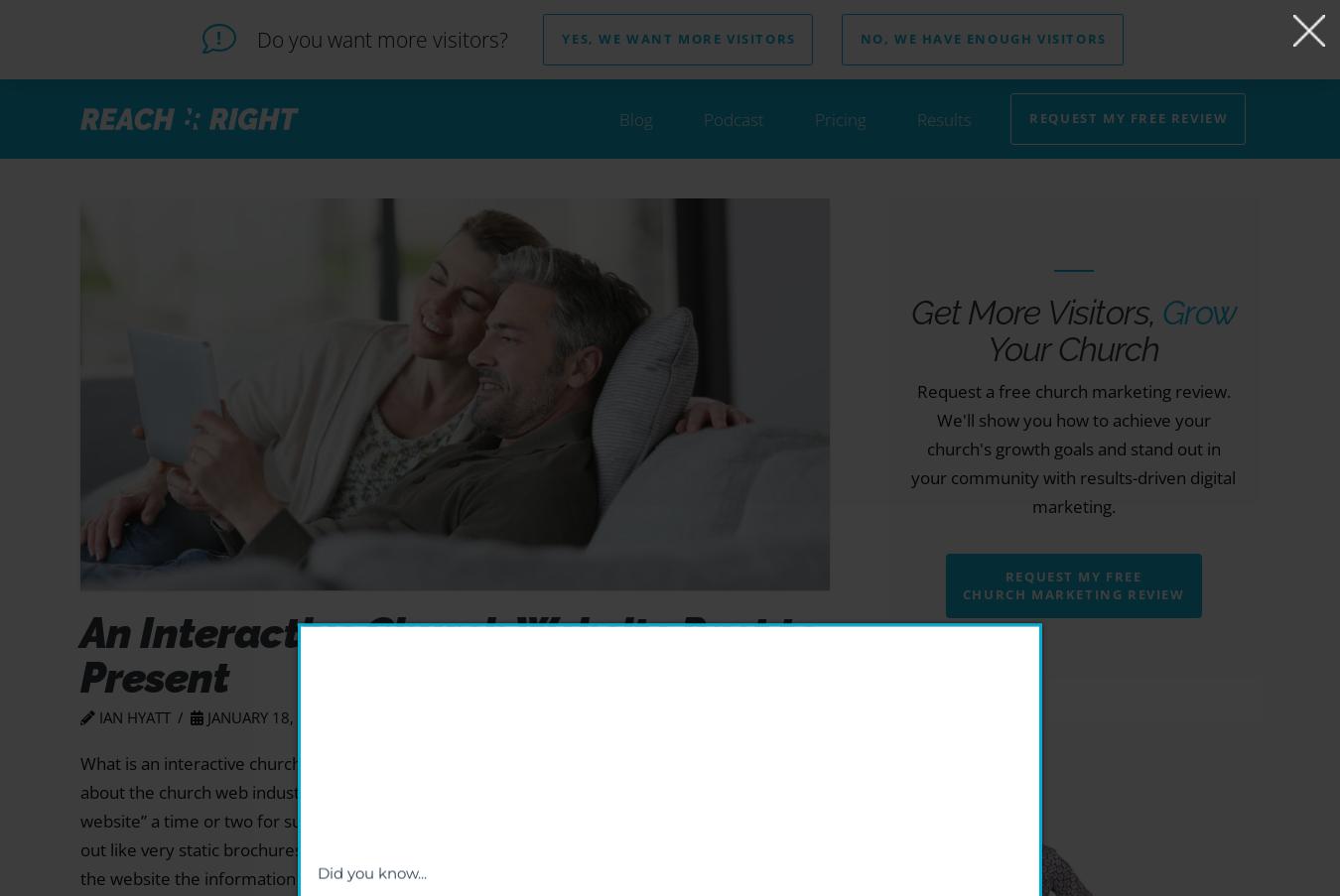 This screenshot has width=1340, height=896. I want to click on 'An Interactive Church Website Past to Present', so click(448, 654).